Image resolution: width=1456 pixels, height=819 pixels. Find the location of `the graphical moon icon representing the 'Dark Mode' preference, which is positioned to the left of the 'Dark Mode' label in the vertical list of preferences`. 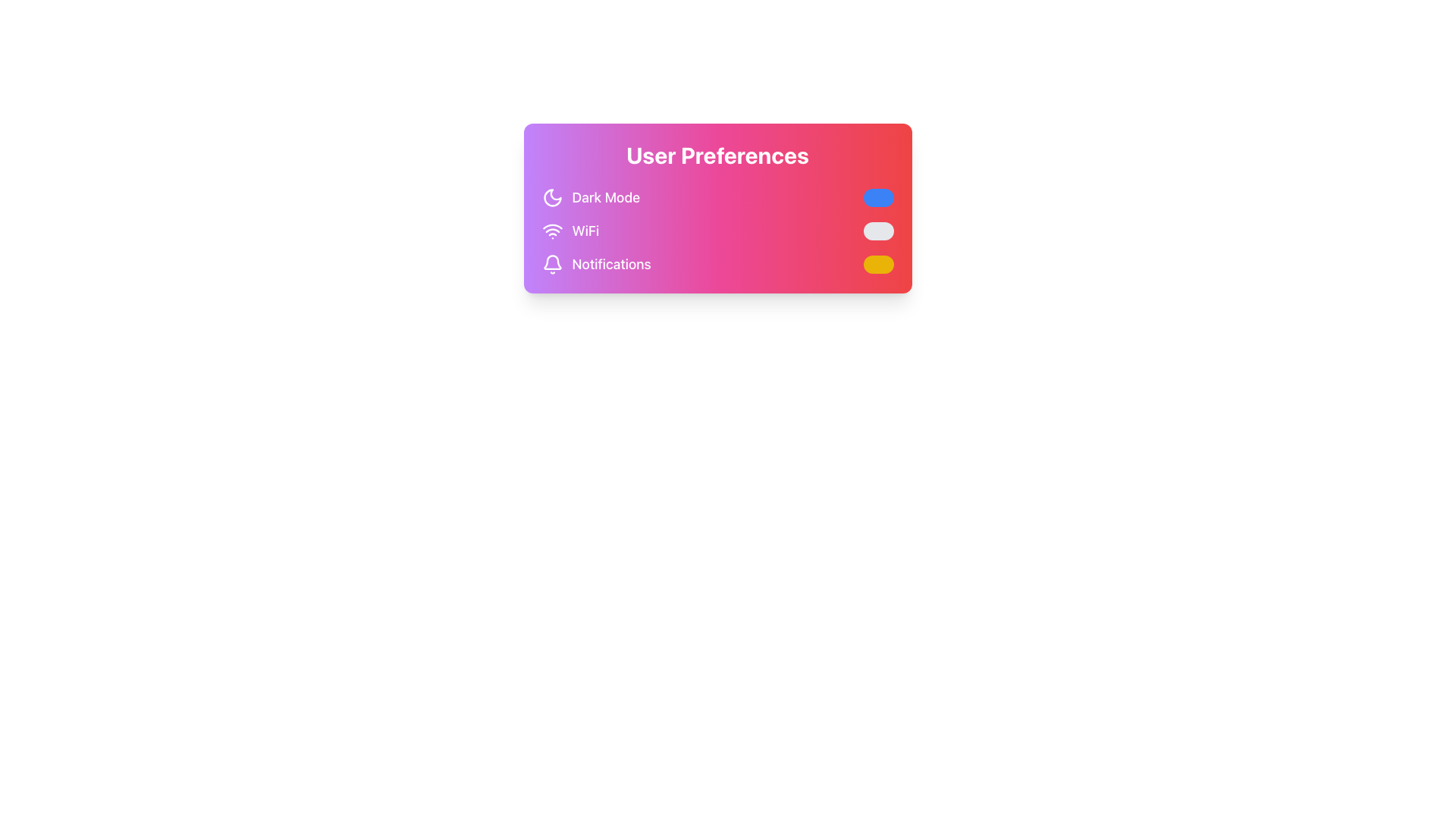

the graphical moon icon representing the 'Dark Mode' preference, which is positioned to the left of the 'Dark Mode' label in the vertical list of preferences is located at coordinates (551, 197).